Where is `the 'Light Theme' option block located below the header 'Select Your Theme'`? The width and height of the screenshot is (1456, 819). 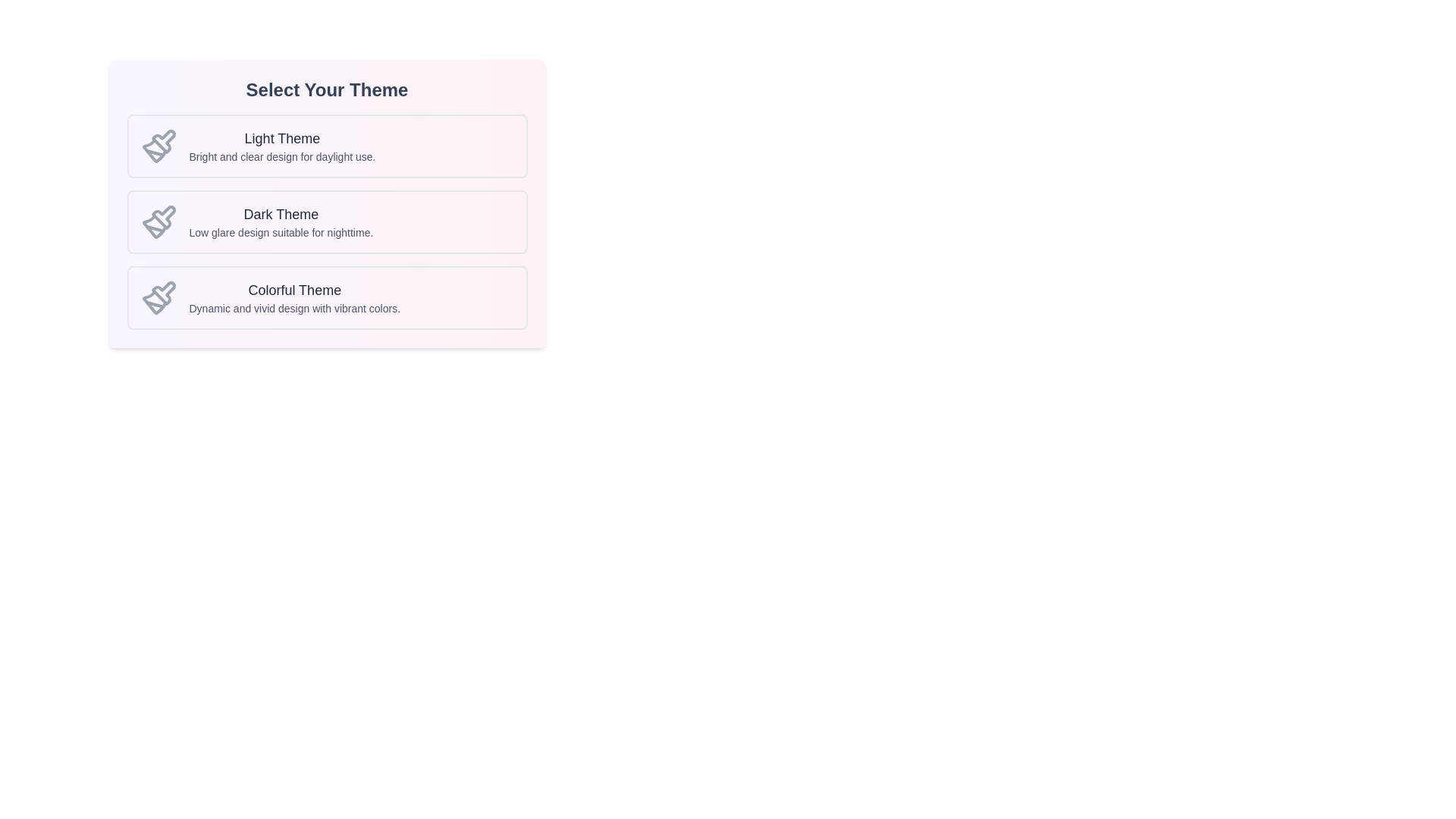 the 'Light Theme' option block located below the header 'Select Your Theme' is located at coordinates (282, 146).